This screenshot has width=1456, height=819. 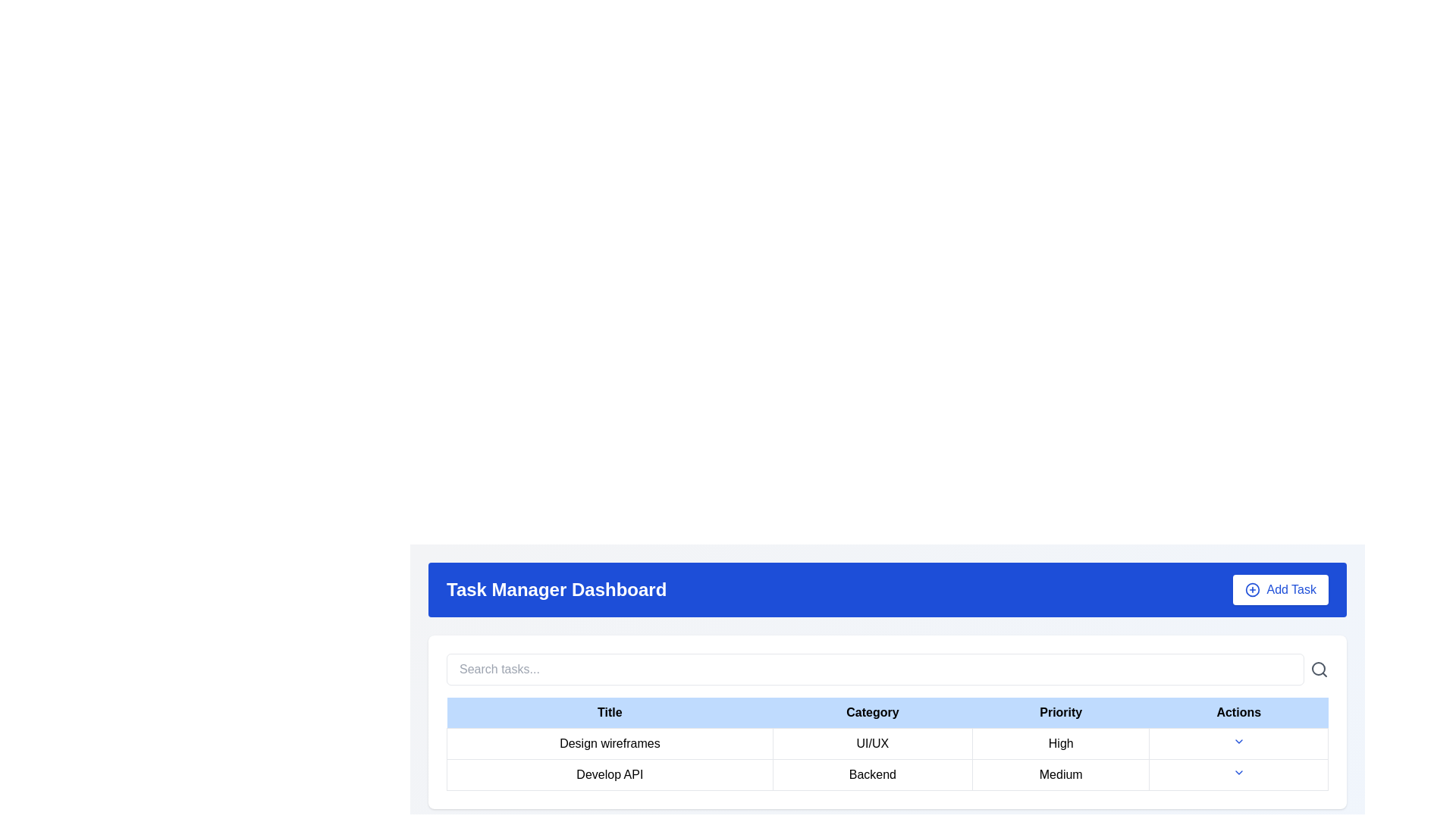 I want to click on the 'Add Task' icon located on the left side of the 'Add Task' button in the top-right corner of the blue header block labeled 'Task Manager Dashboard', so click(x=1253, y=589).